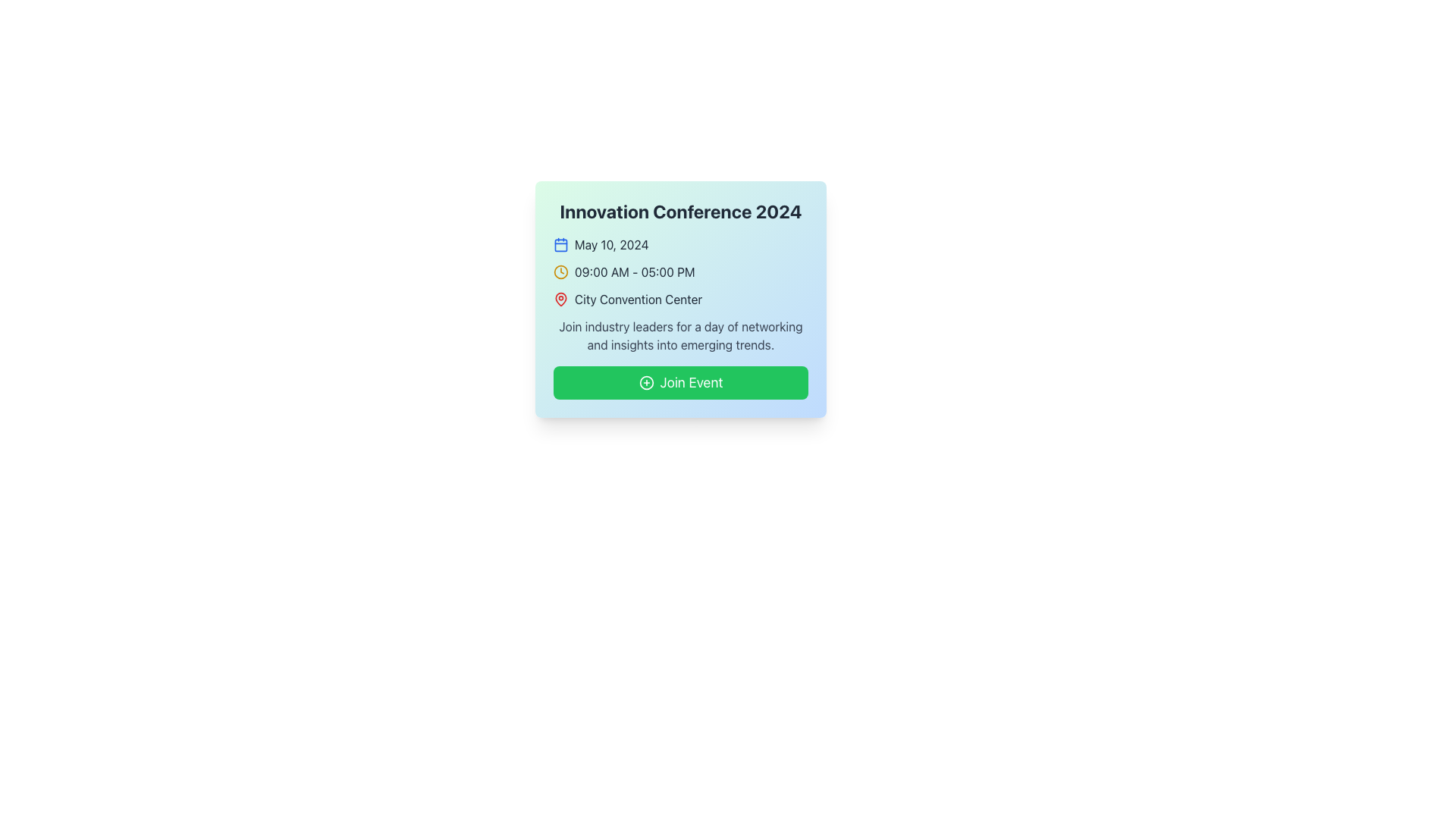  What do you see at coordinates (635, 271) in the screenshot?
I see `the text label displaying the operating hours, which is located below the calendar date line and above the venue text in the vertical list of the card` at bounding box center [635, 271].